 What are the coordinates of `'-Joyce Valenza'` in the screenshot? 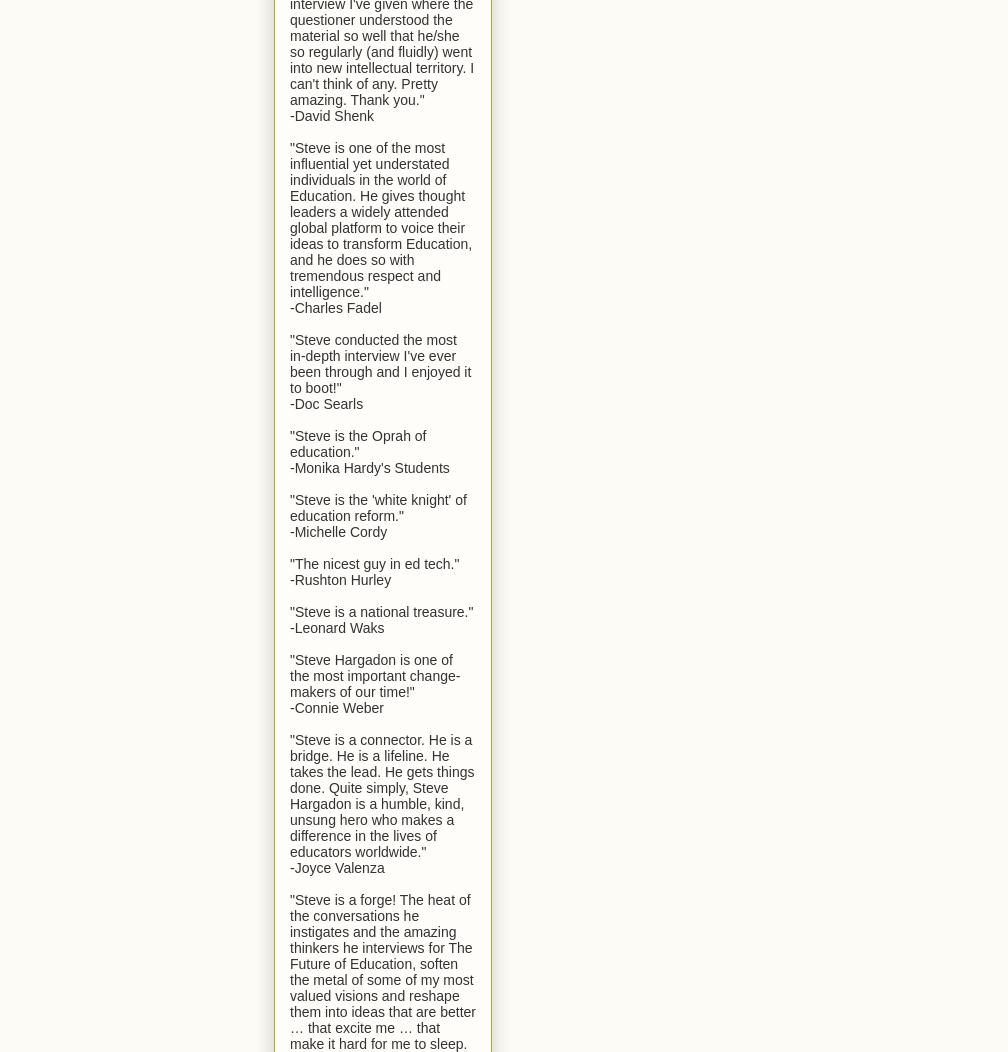 It's located at (336, 865).